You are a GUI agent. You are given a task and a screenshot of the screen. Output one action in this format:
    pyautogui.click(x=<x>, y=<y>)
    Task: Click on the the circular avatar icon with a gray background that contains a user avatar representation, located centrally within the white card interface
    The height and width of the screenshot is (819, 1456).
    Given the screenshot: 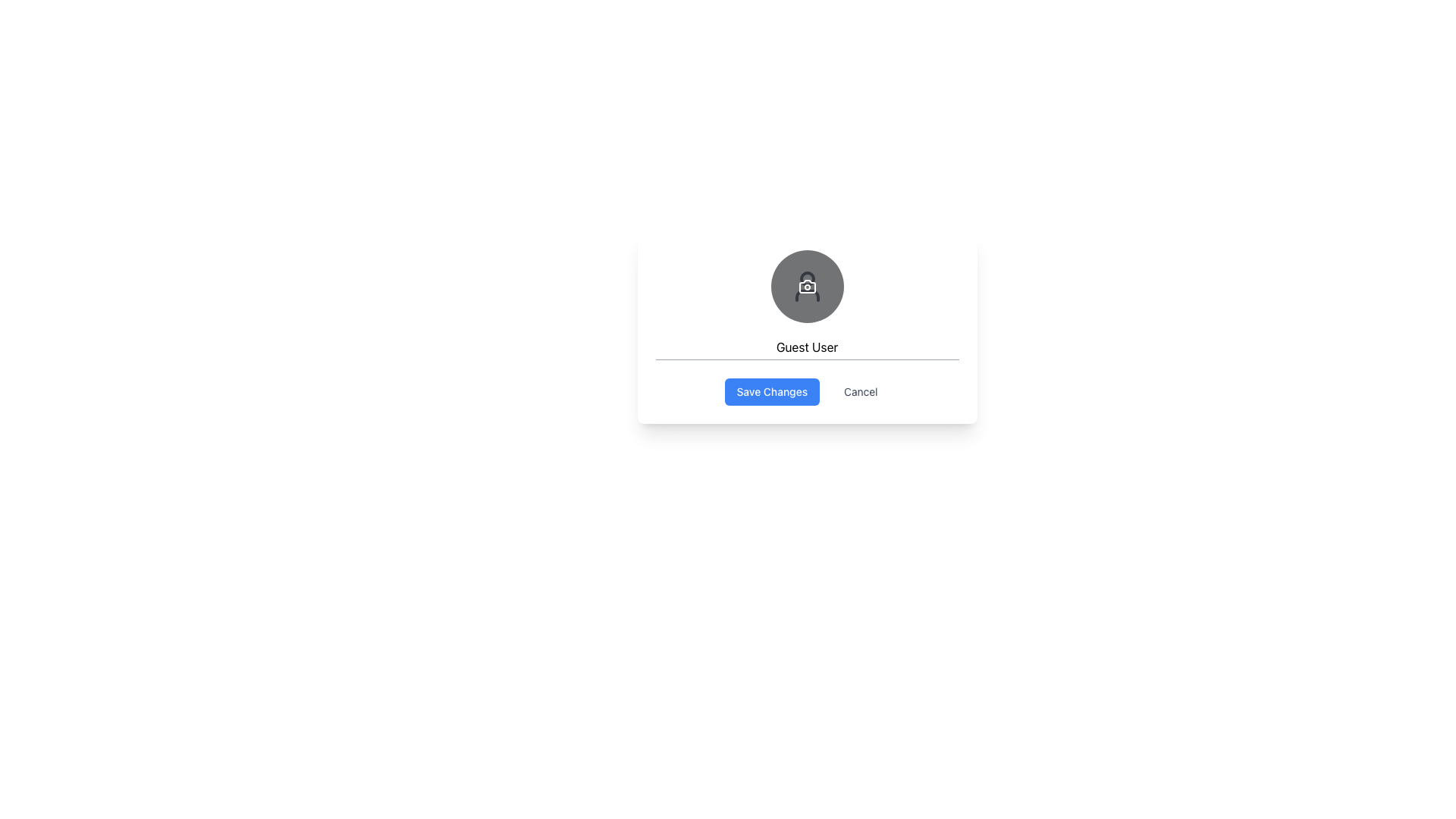 What is the action you would take?
    pyautogui.click(x=806, y=287)
    